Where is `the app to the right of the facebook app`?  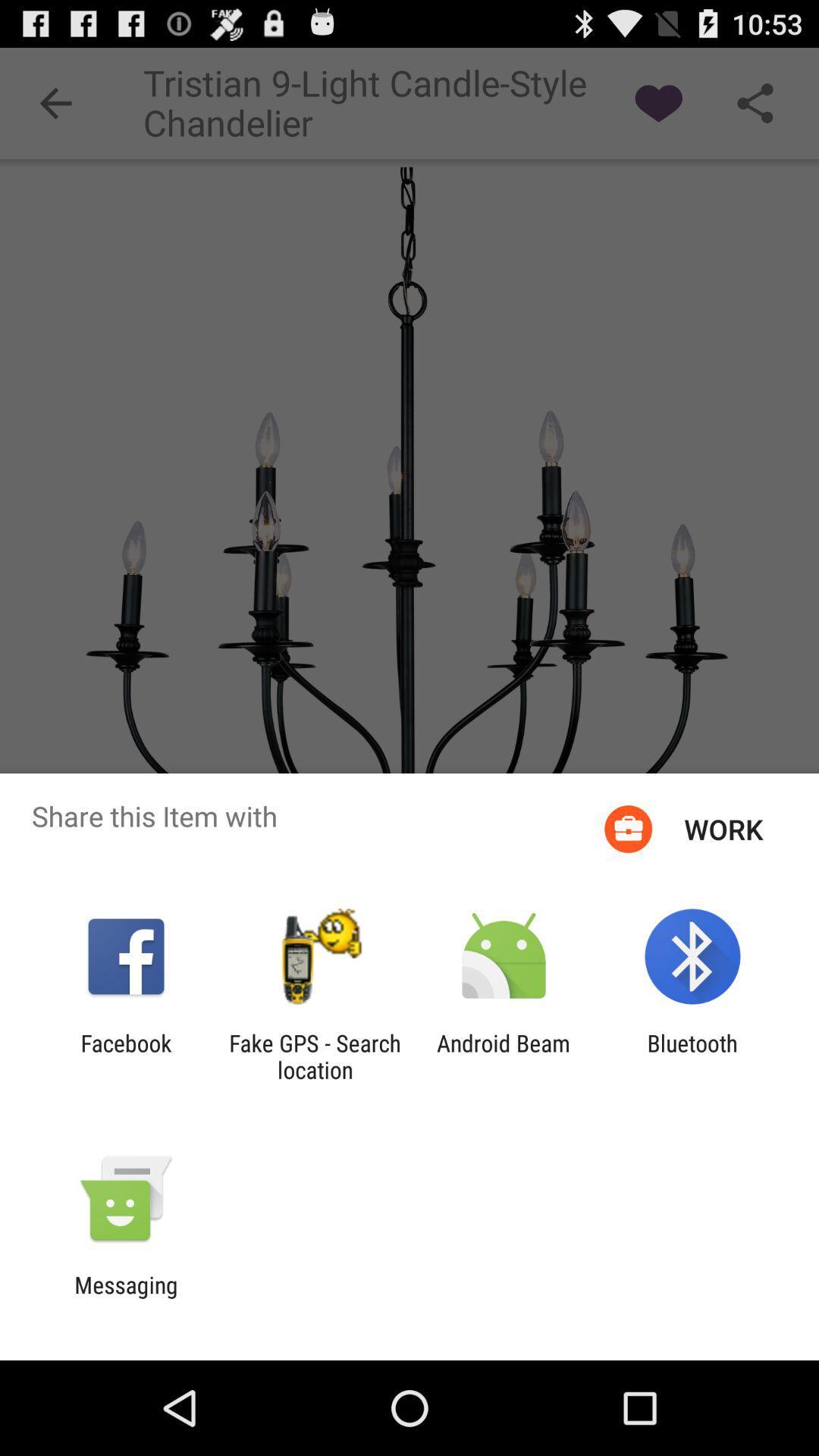 the app to the right of the facebook app is located at coordinates (314, 1056).